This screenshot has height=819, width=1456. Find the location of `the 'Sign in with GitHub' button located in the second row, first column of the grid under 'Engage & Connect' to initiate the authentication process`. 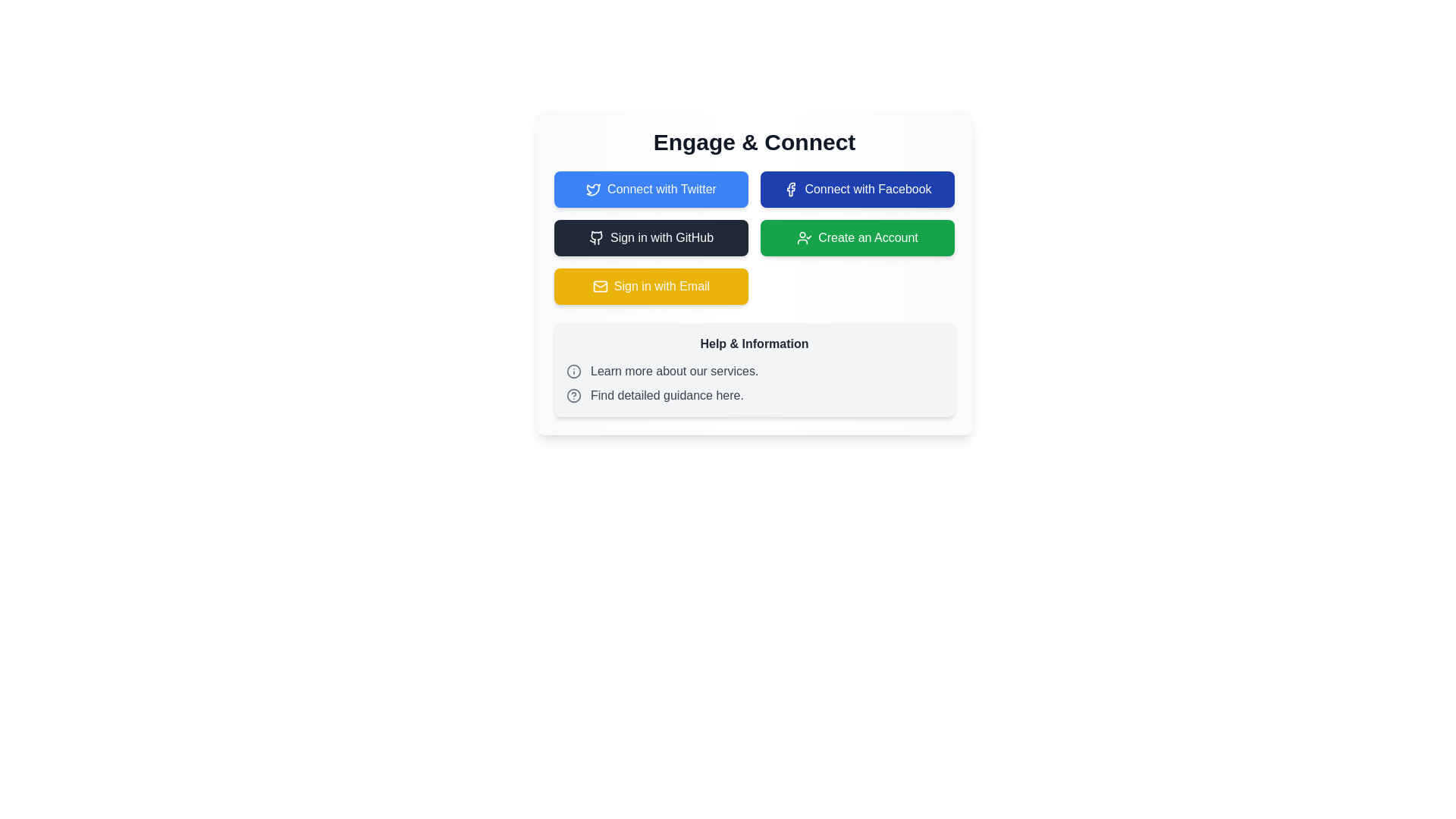

the 'Sign in with GitHub' button located in the second row, first column of the grid under 'Engage & Connect' to initiate the authentication process is located at coordinates (651, 237).